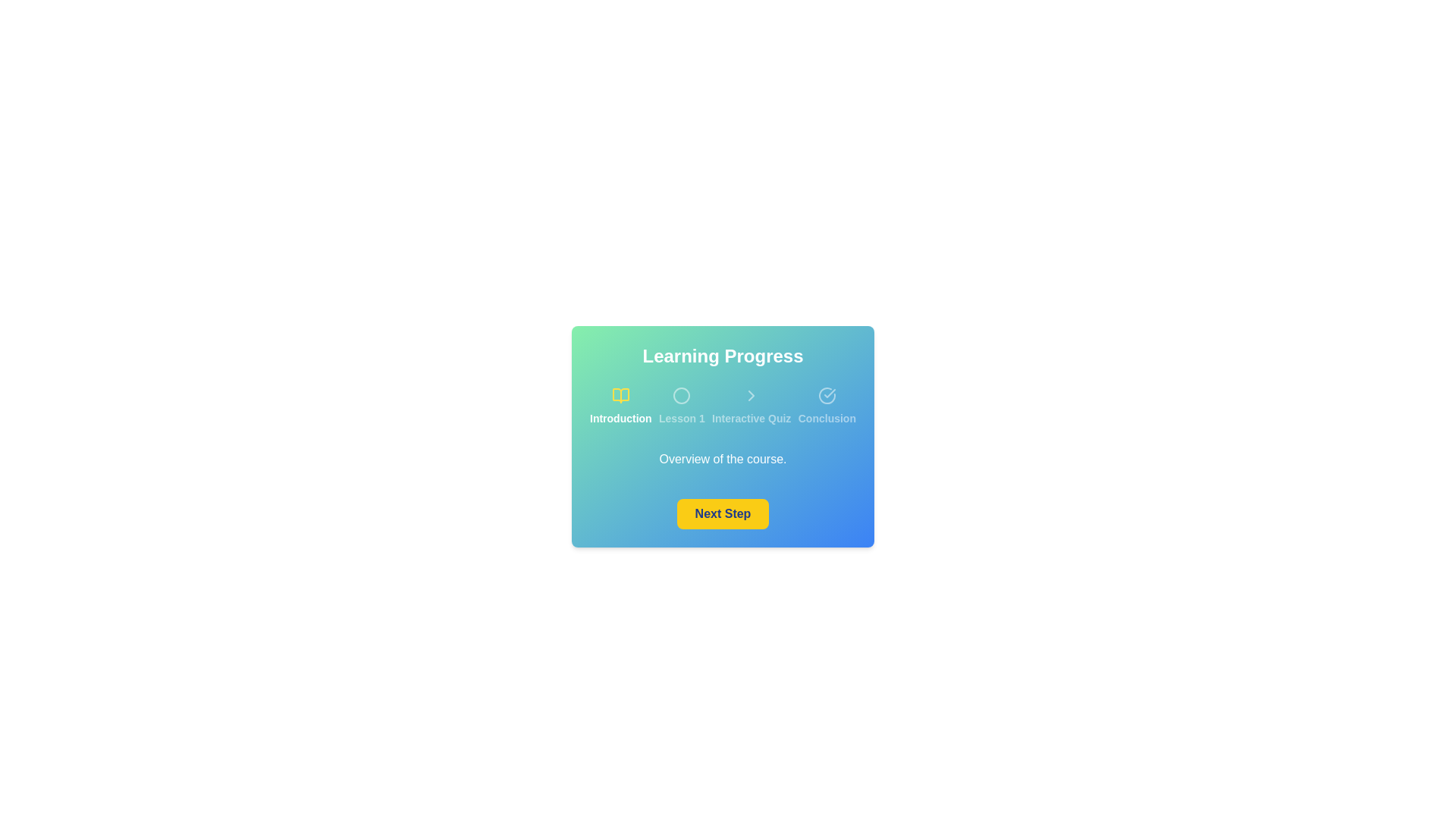 This screenshot has width=1456, height=819. What do you see at coordinates (722, 356) in the screenshot?
I see `text label that displays 'Learning Progress', which is prominently styled in bold white font against a gradient background in the header of the card component` at bounding box center [722, 356].